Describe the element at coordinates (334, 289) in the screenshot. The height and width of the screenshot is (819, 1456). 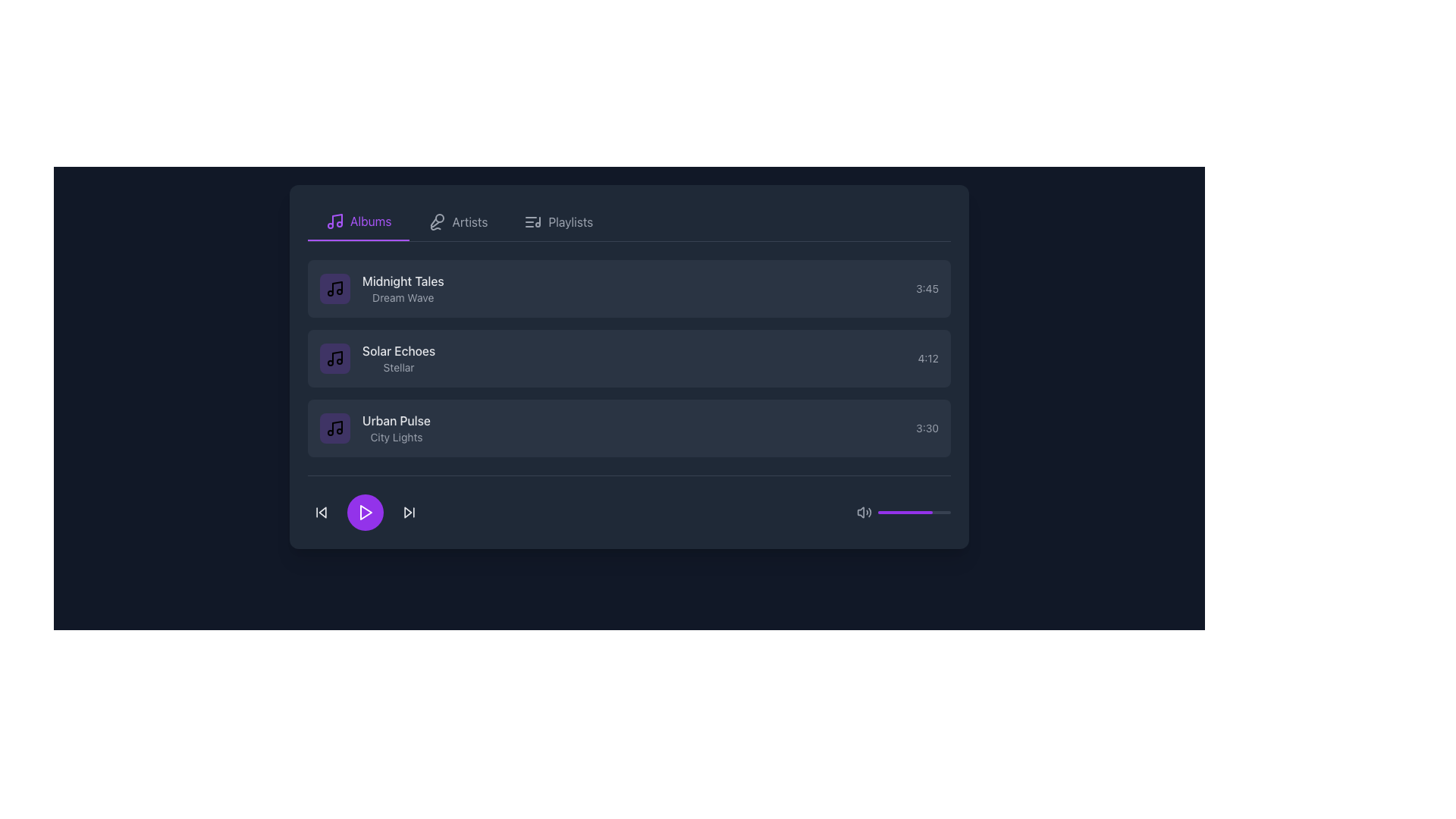
I see `the purple rounded square icon with a musical note graphic located in the top-left corner of the list item for 'Midnight Tales' and 'Dream Wave'` at that location.